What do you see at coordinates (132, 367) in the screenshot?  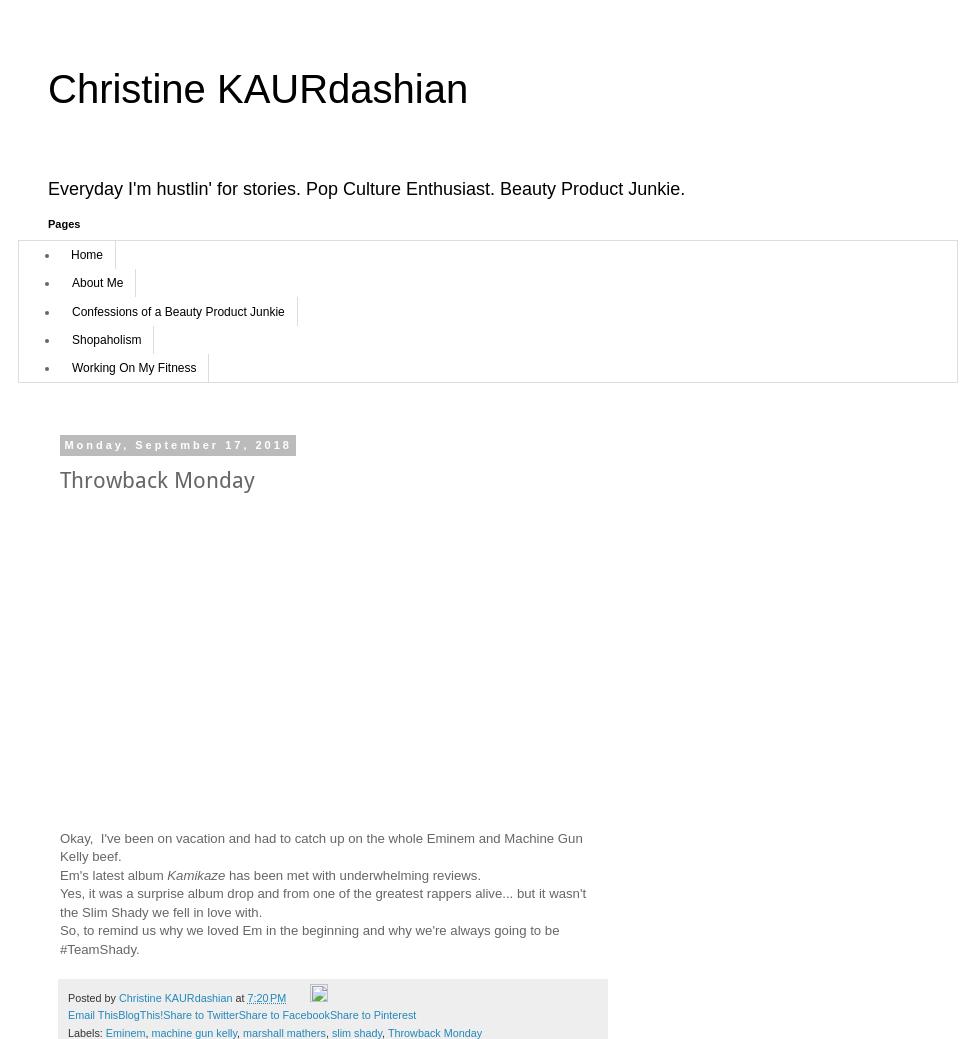 I see `'Working On My Fitness'` at bounding box center [132, 367].